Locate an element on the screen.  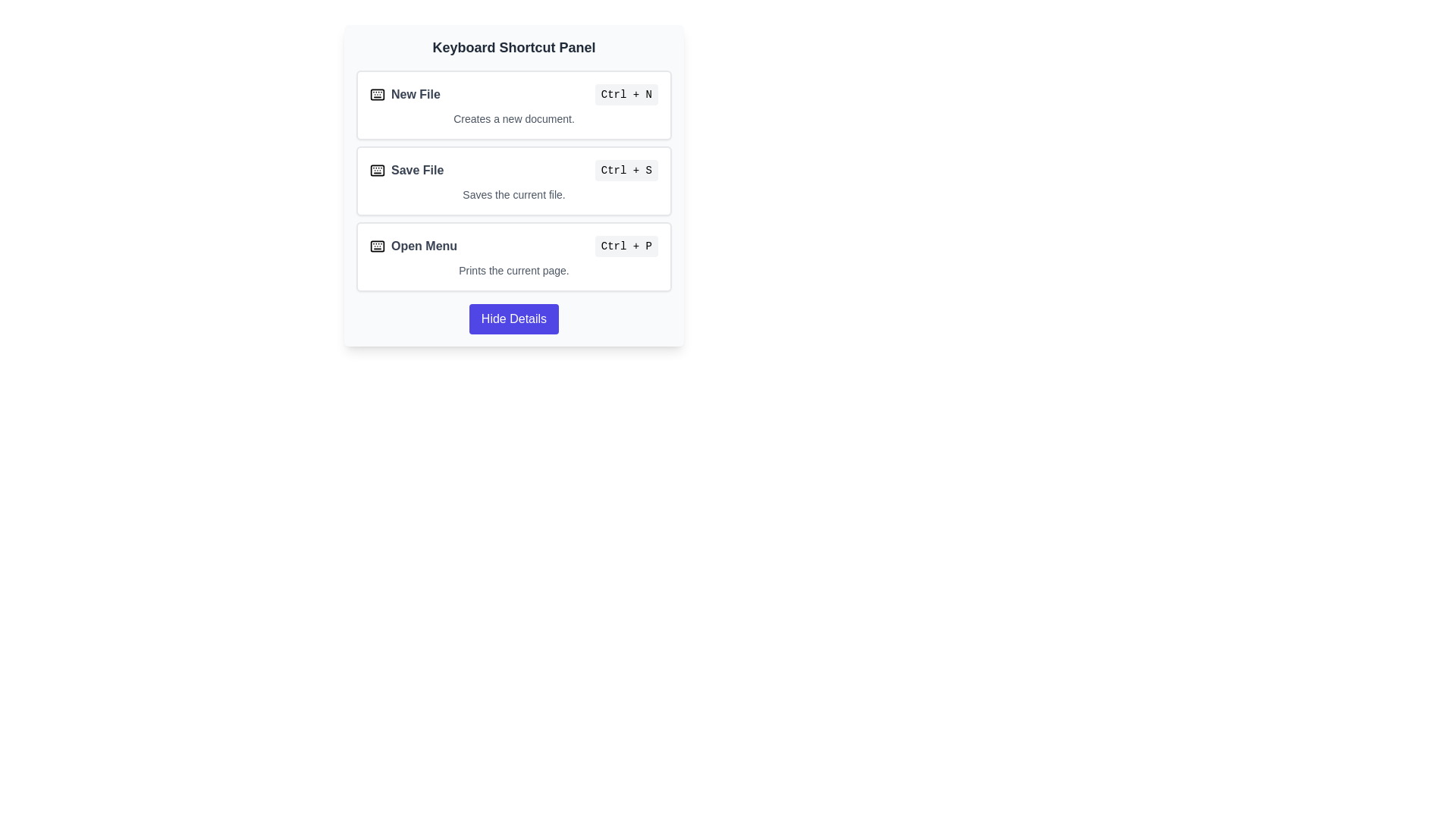
the button located at the bottom-center of the modal containing keyboard shortcuts is located at coordinates (513, 318).